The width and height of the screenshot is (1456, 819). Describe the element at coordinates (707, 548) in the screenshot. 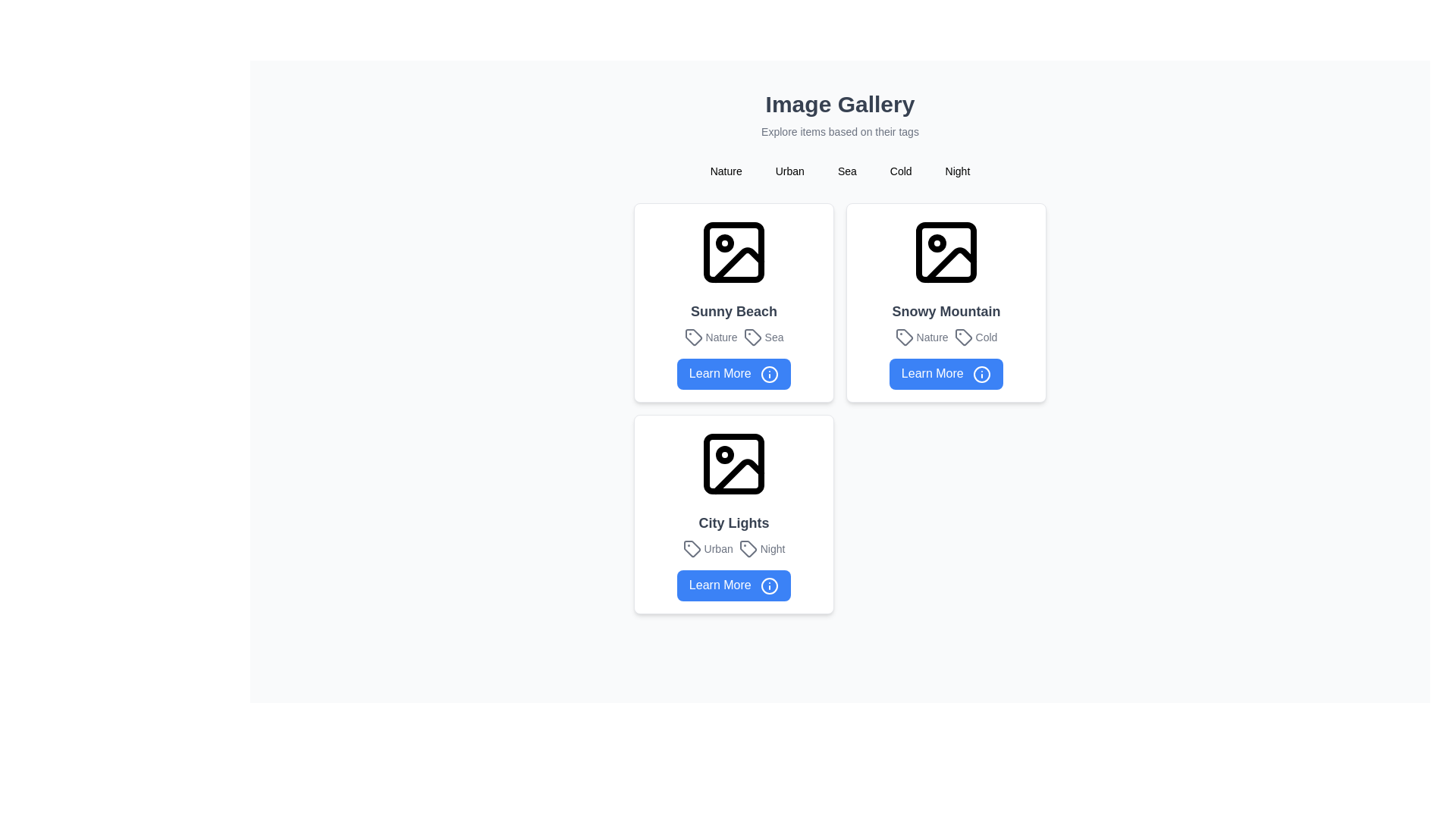

I see `text 'Urban' displayed in a regular font style and size, accompanied by a price tag icon, located in the 'City Lights' card under the title 'City Lights'` at that location.